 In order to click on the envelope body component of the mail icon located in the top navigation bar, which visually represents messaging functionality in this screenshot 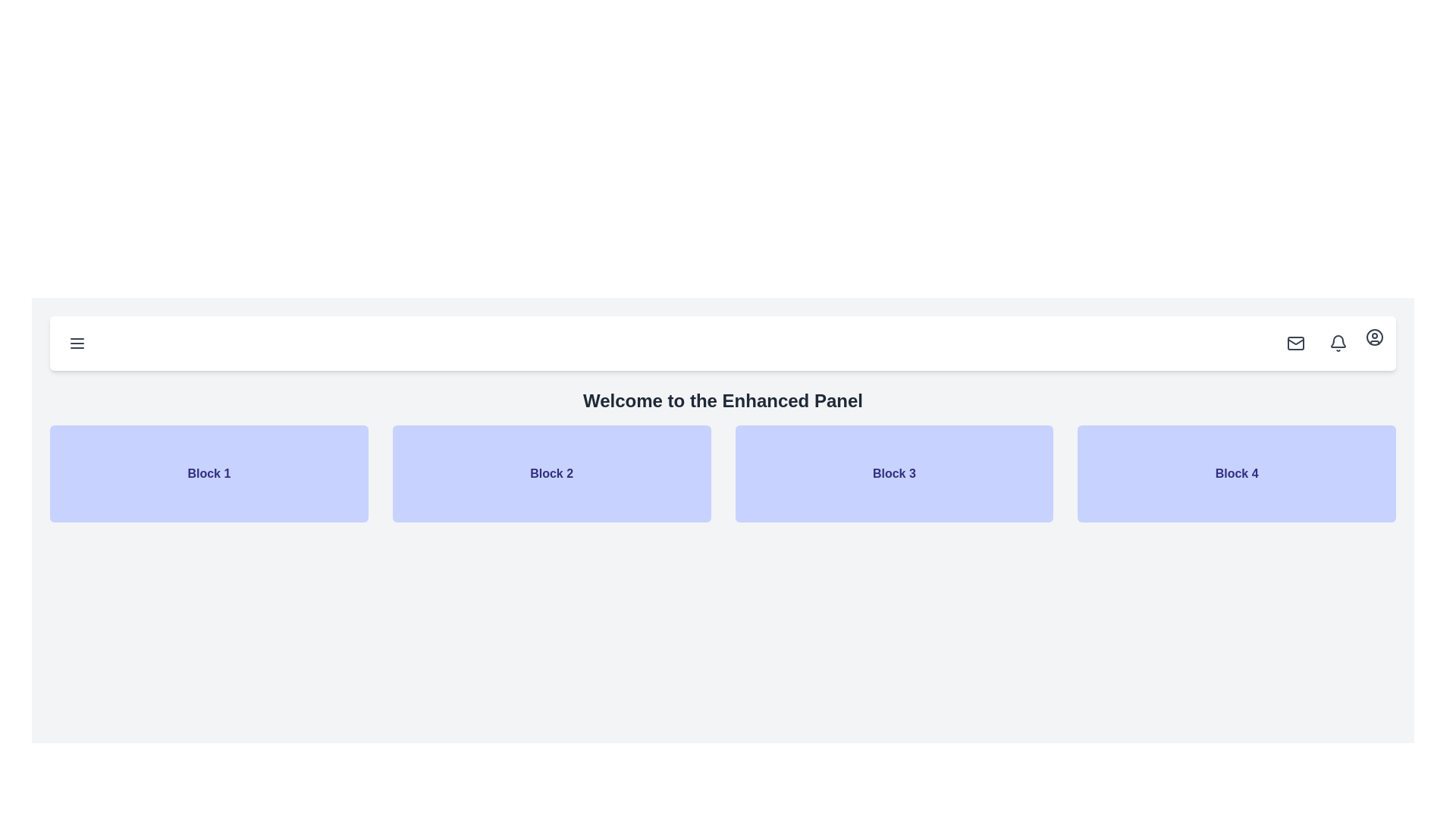, I will do `click(1294, 343)`.